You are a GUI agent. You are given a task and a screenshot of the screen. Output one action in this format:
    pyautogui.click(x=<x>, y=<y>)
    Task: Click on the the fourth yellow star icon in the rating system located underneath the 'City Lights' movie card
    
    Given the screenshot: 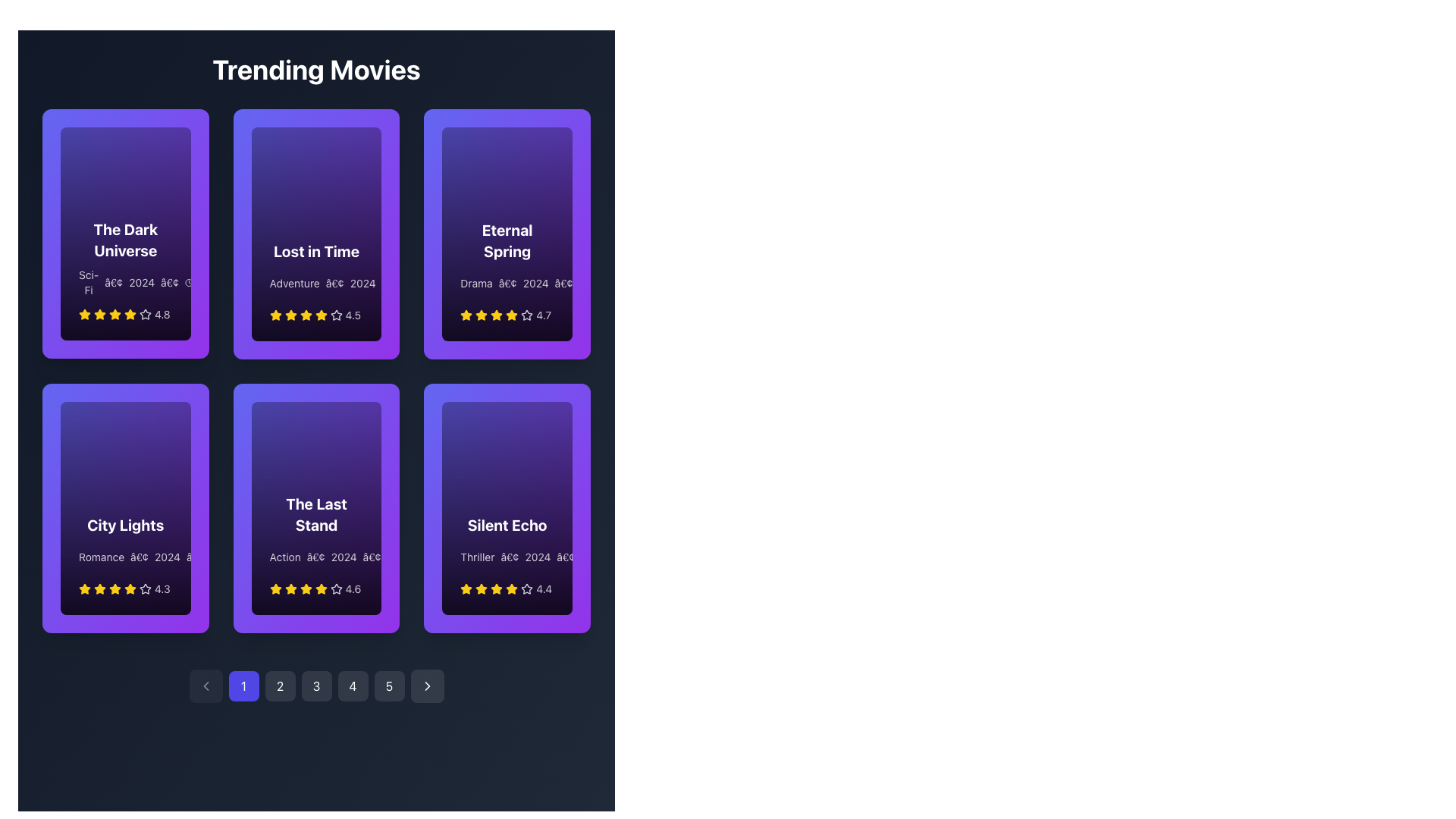 What is the action you would take?
    pyautogui.click(x=115, y=588)
    